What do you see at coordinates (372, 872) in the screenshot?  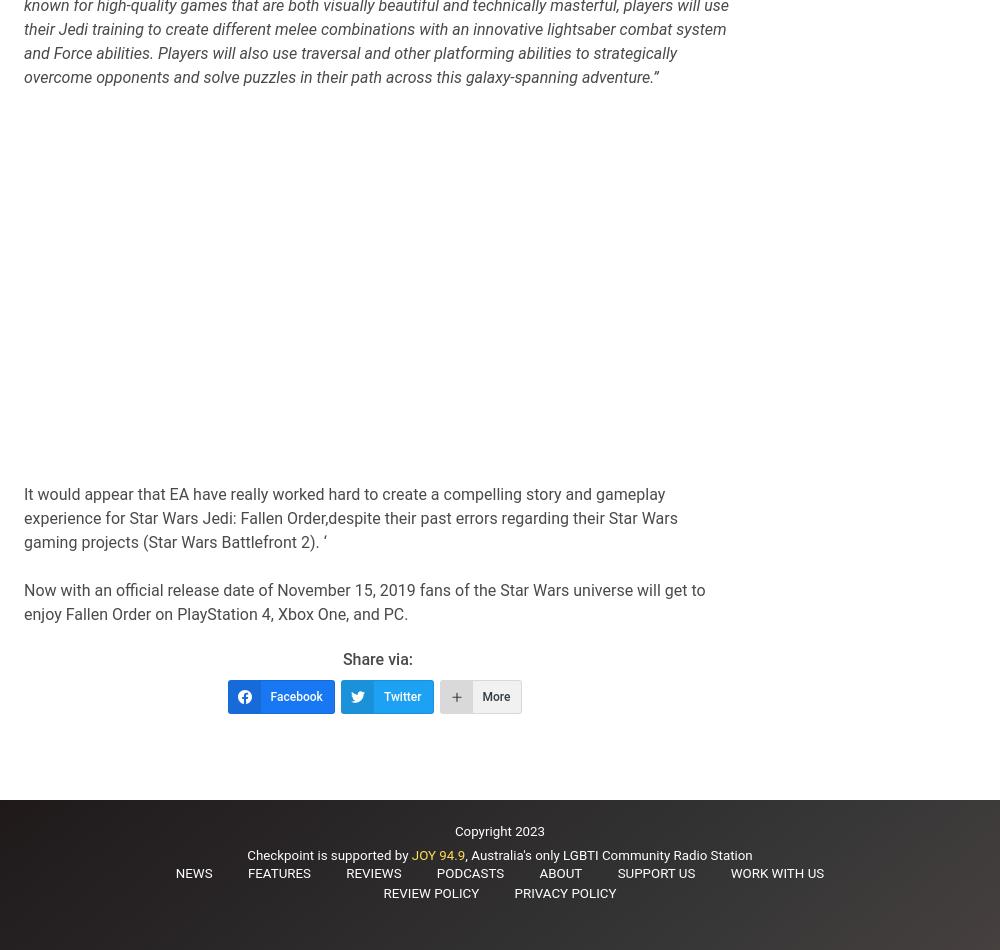 I see `'Reviews'` at bounding box center [372, 872].